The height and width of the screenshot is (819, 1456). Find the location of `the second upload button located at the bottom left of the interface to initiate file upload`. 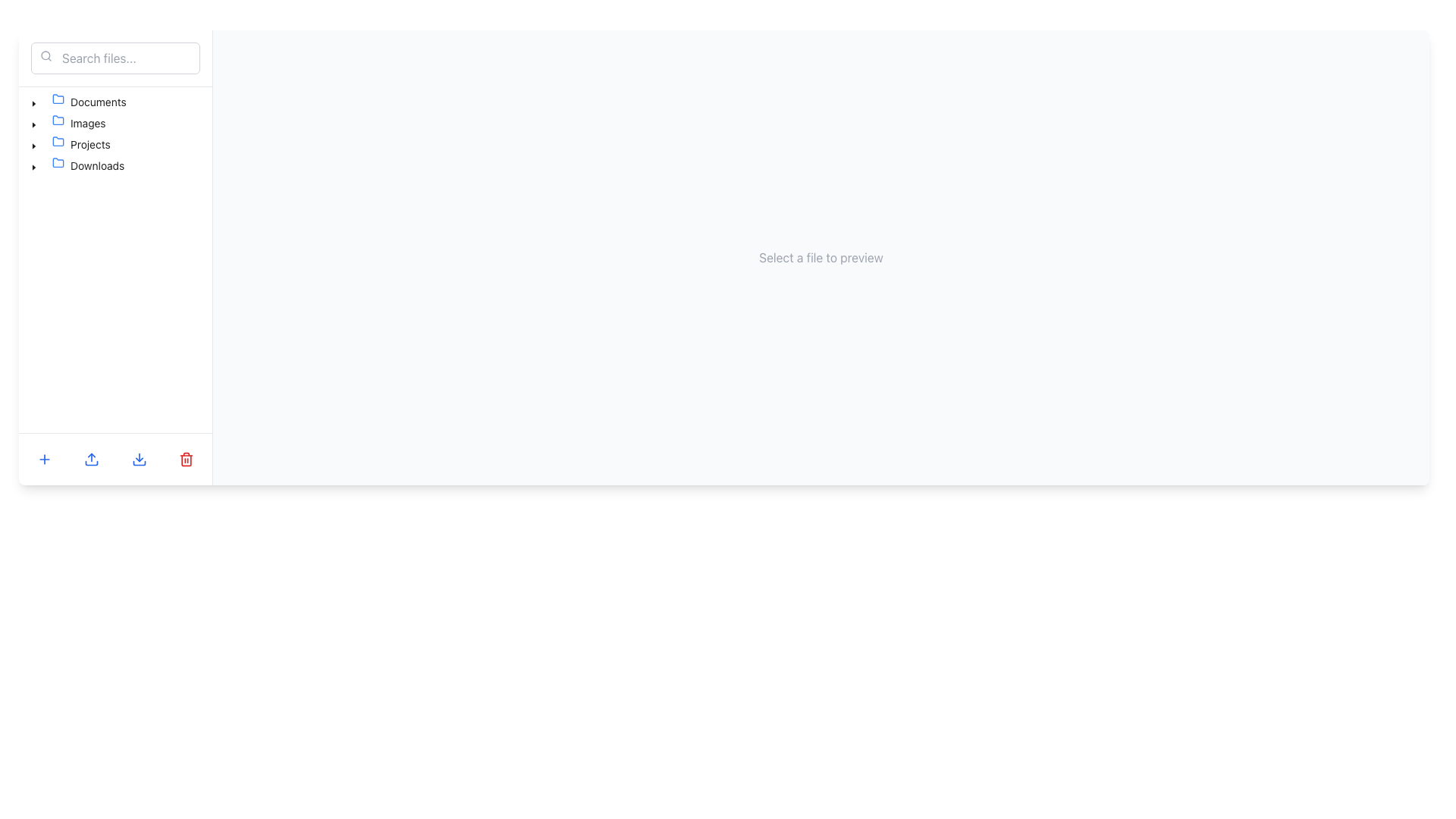

the second upload button located at the bottom left of the interface to initiate file upload is located at coordinates (91, 458).